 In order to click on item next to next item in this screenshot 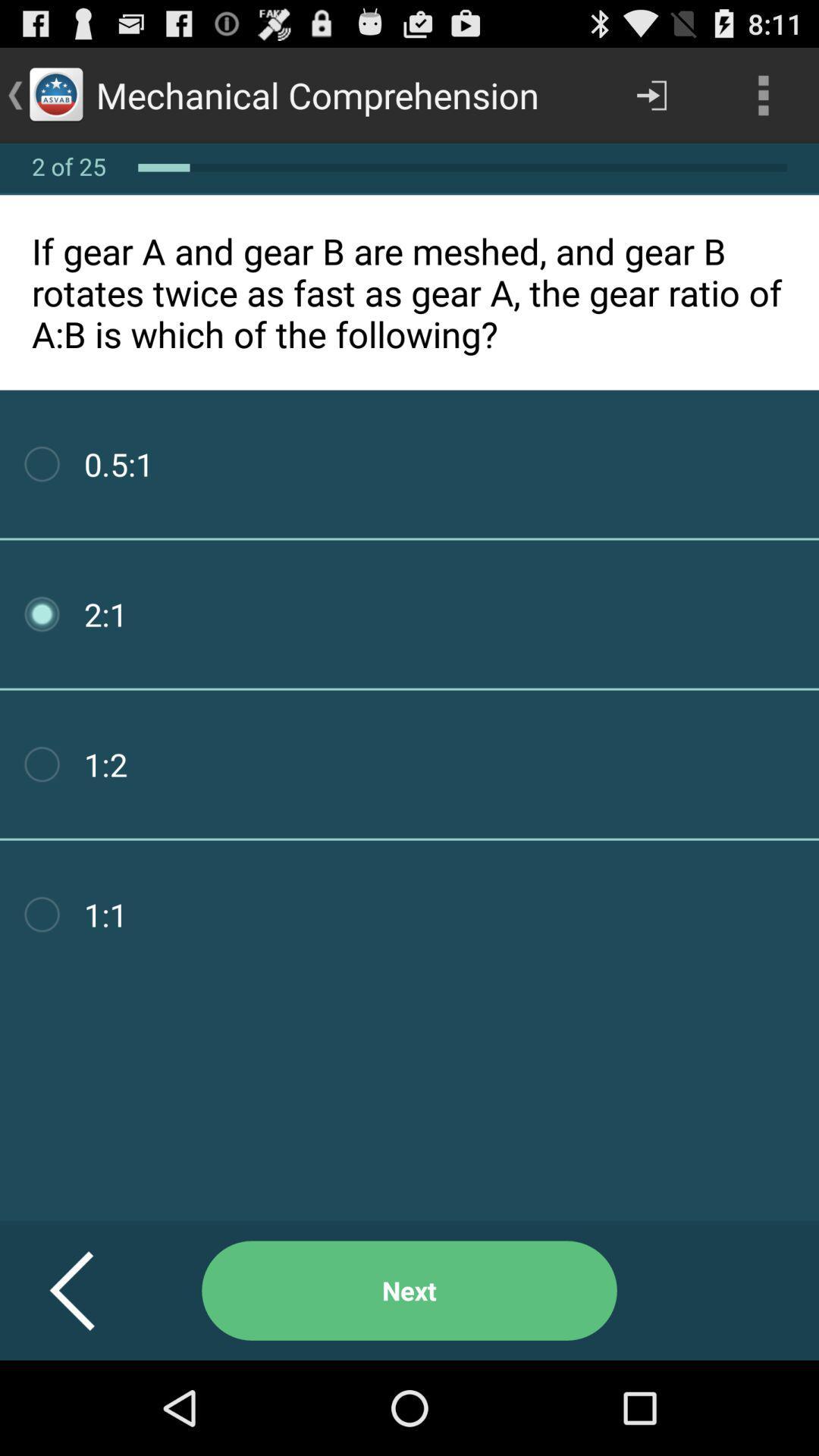, I will do `click(90, 1290)`.